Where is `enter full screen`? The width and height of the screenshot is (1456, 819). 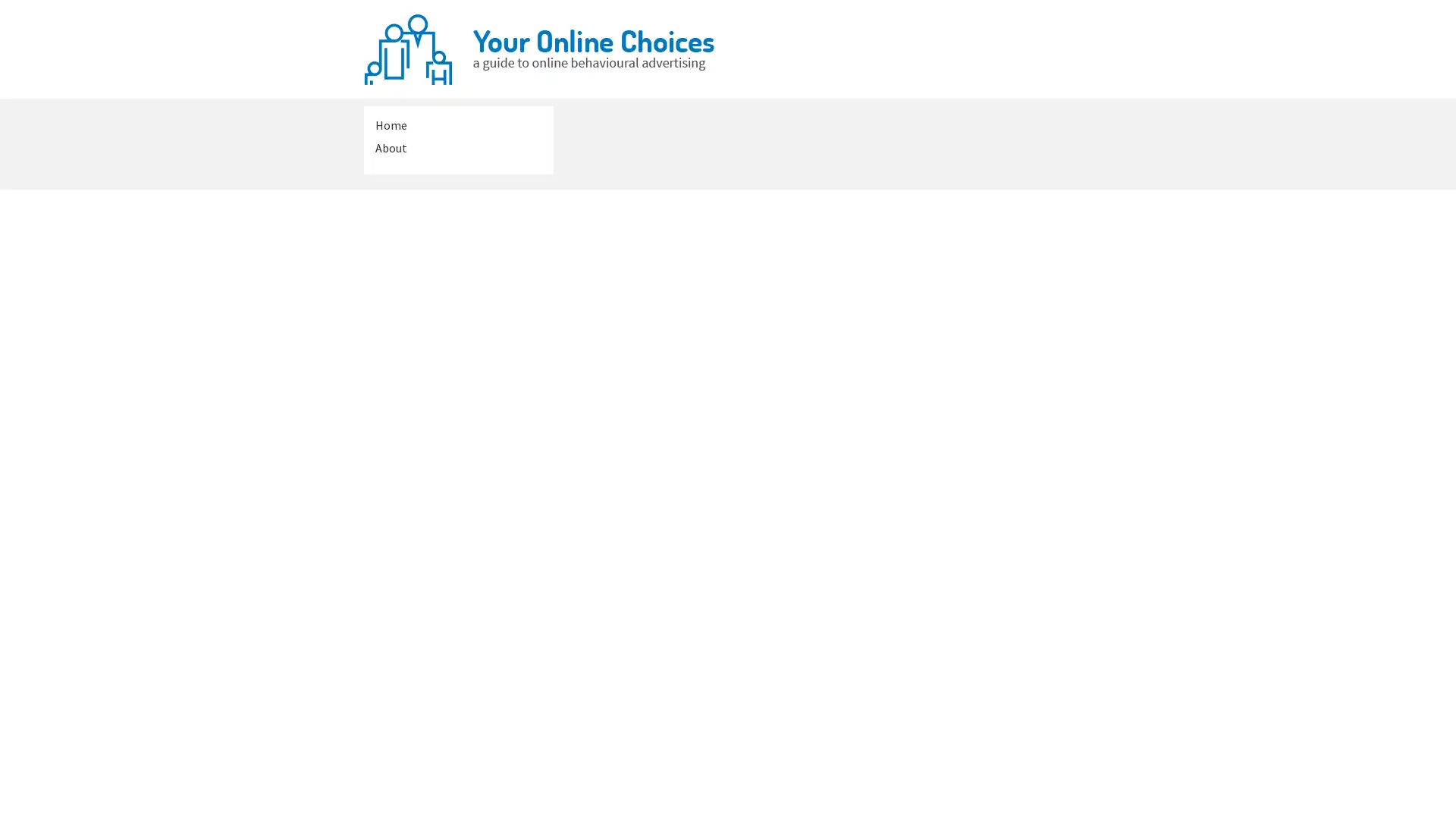
enter full screen is located at coordinates (993, 415).